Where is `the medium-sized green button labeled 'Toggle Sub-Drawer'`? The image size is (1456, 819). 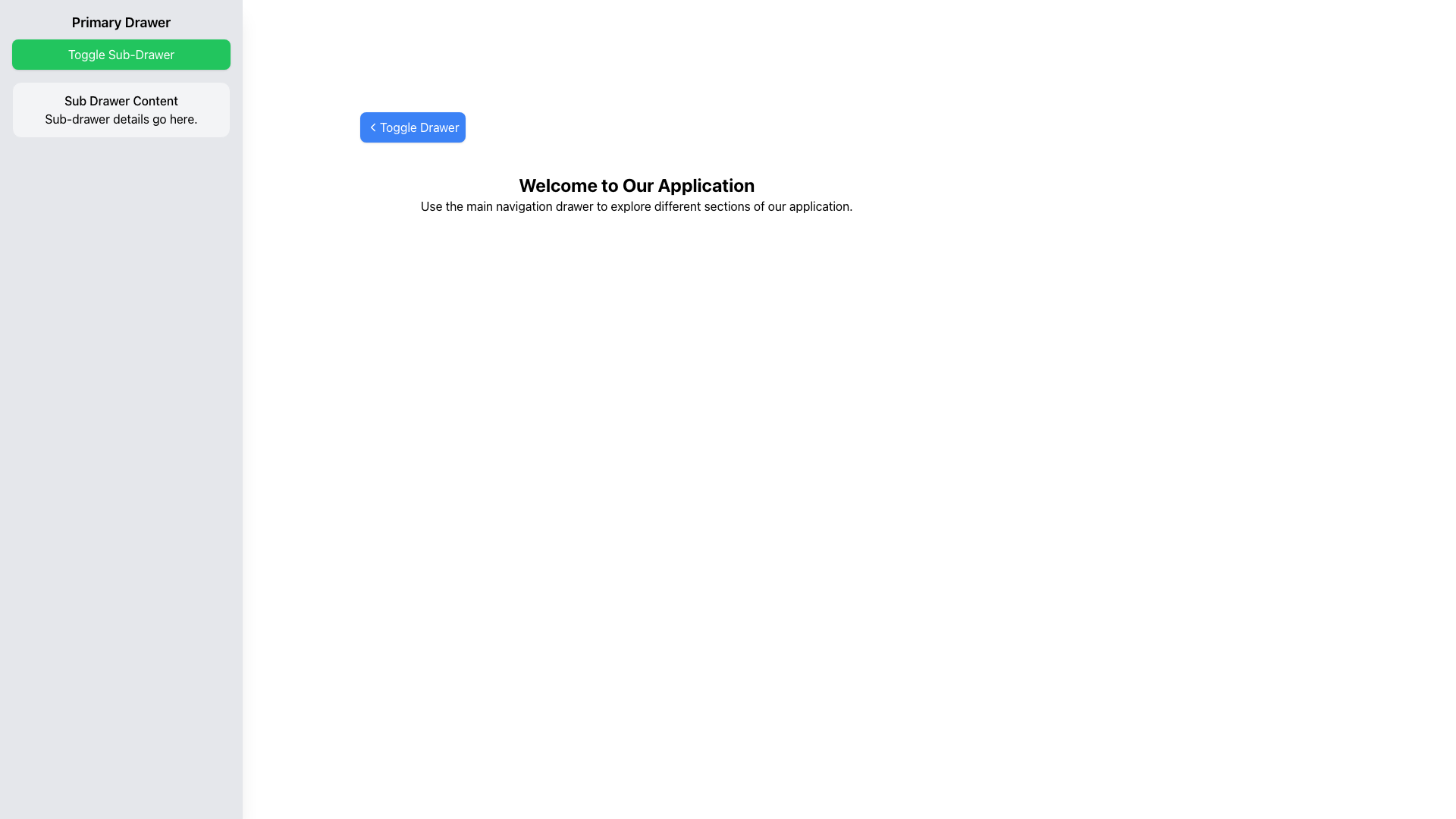 the medium-sized green button labeled 'Toggle Sub-Drawer' is located at coordinates (120, 54).